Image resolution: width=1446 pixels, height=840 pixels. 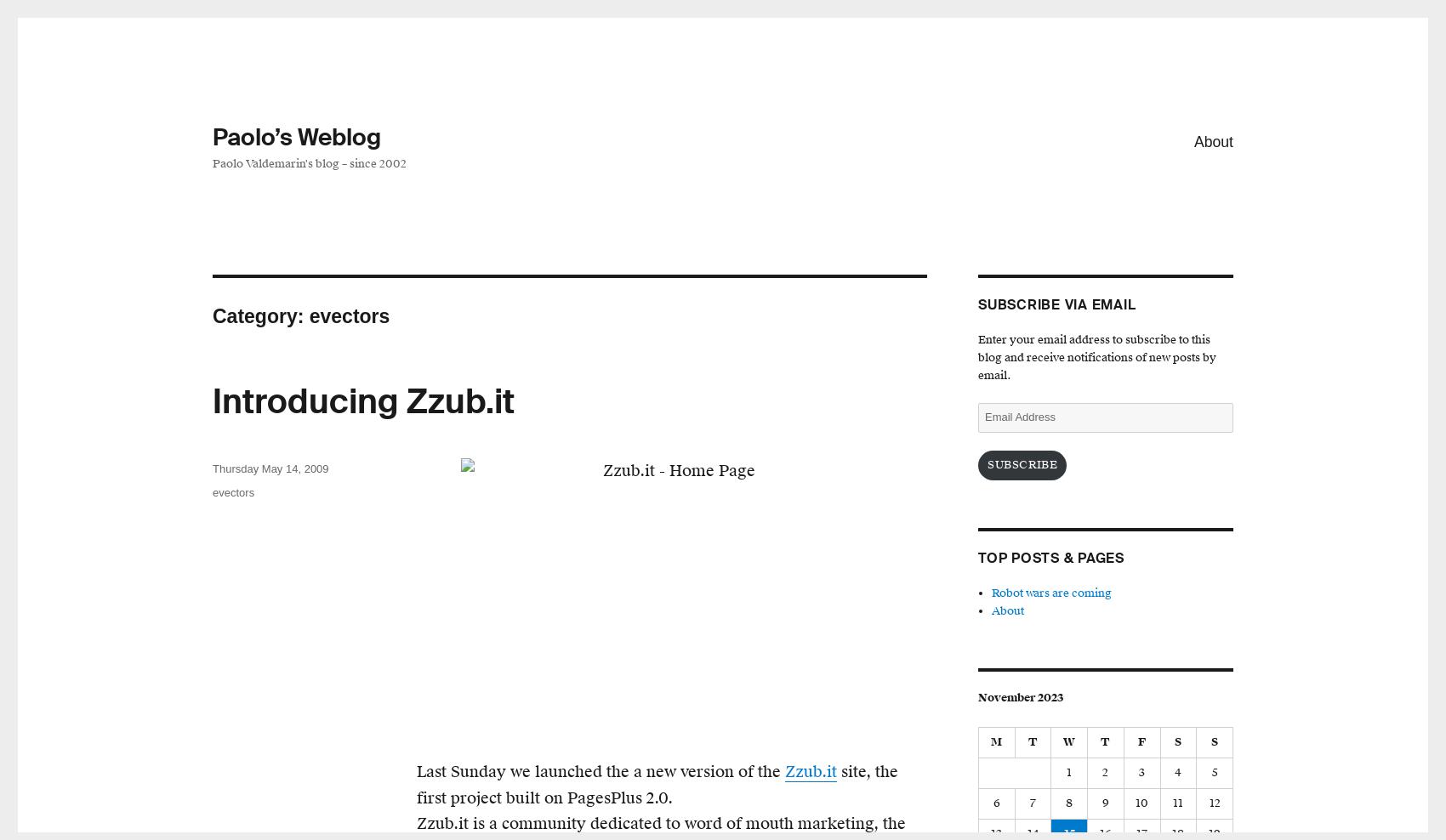 I want to click on 'Subscribe via Email', so click(x=1056, y=304).